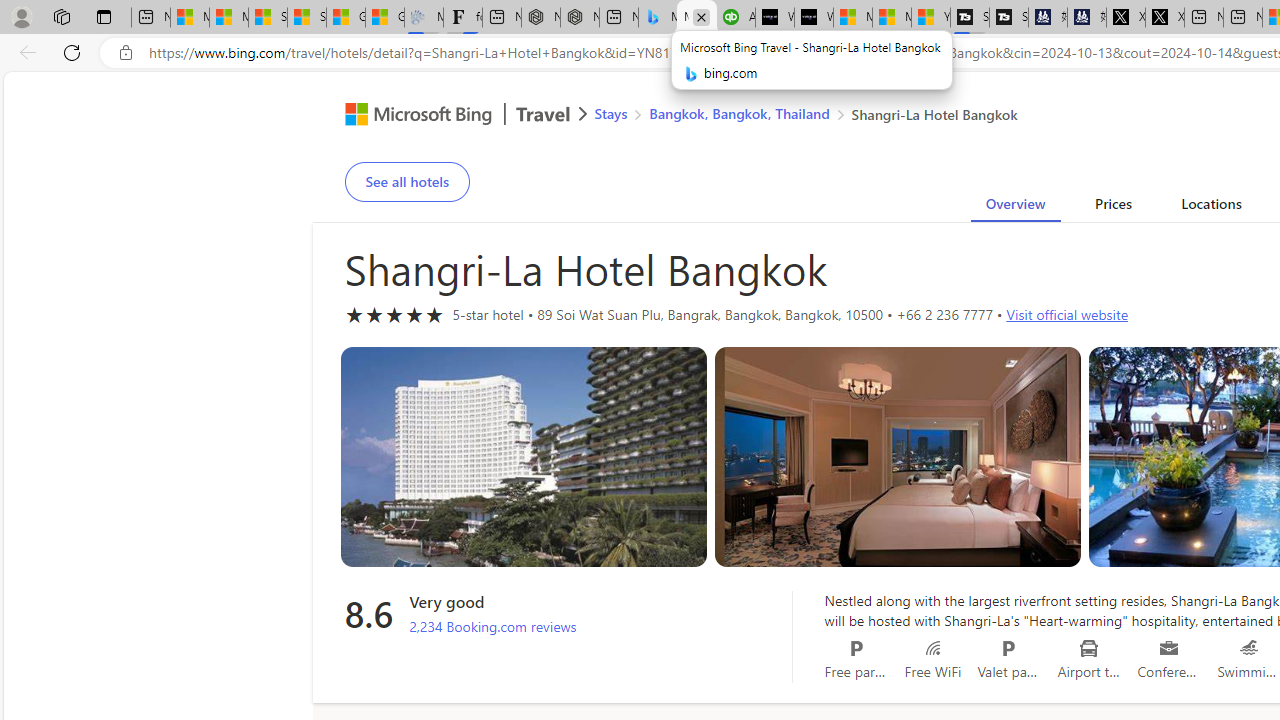  I want to click on 'New tab', so click(1241, 17).